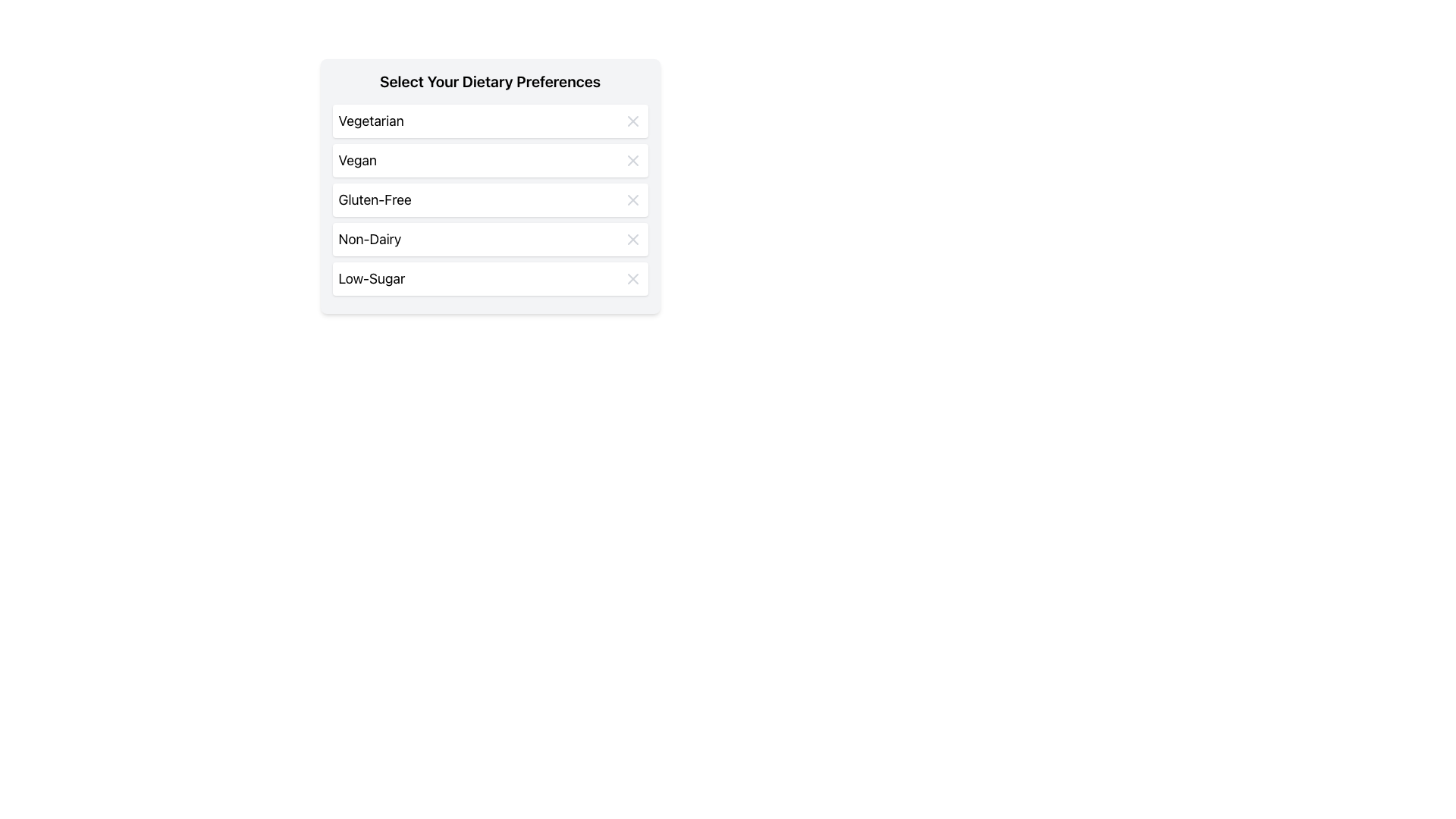 The height and width of the screenshot is (819, 1456). What do you see at coordinates (369, 239) in the screenshot?
I see `the 'Non-Dairy' text label located in the third item of the 'Select Your Dietary Preferences' list` at bounding box center [369, 239].